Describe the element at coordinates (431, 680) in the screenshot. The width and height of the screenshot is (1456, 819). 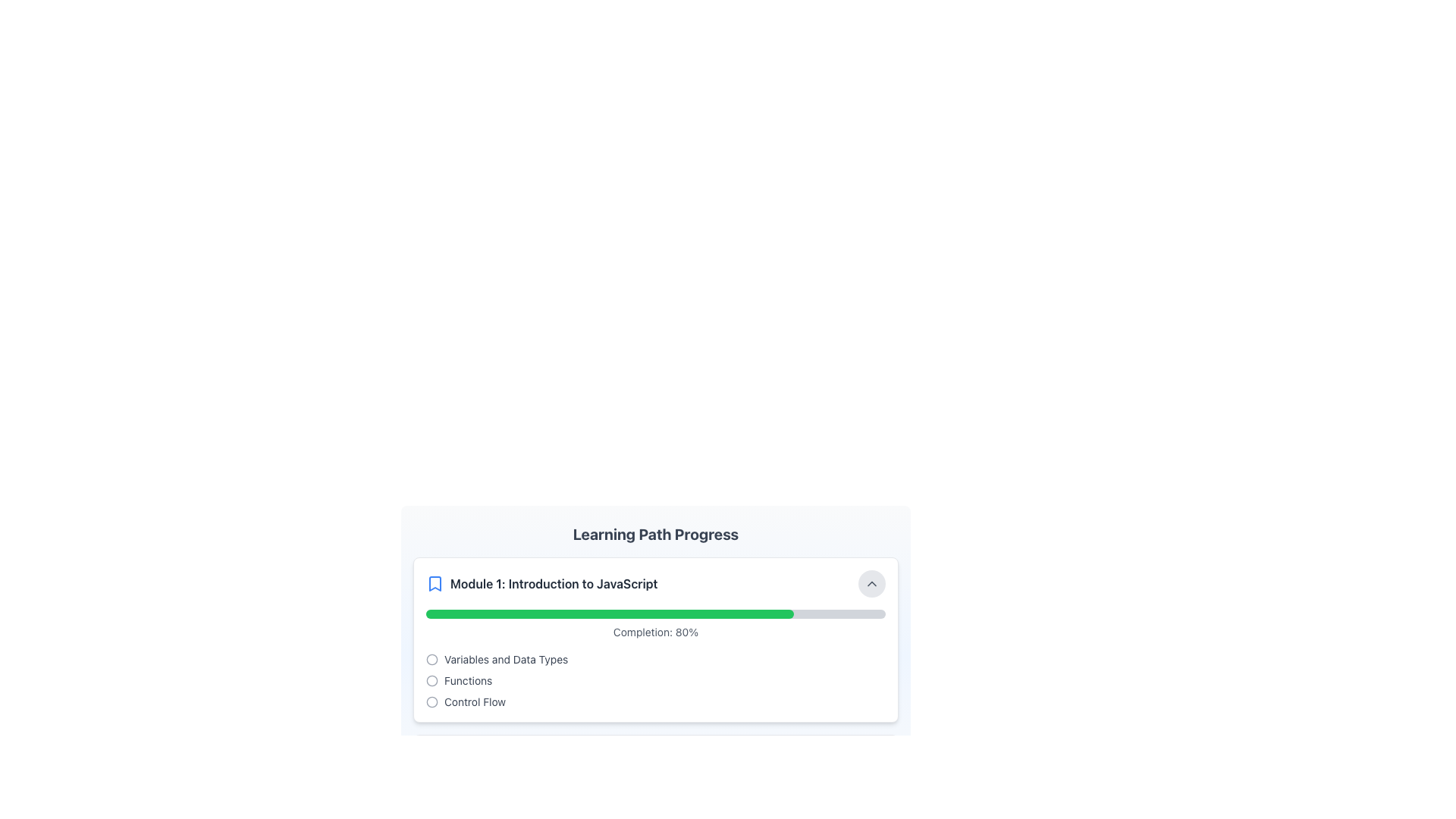
I see `properties of the SVG Circle element that visually represents the status indicator for the 'Functions' label under 'Module 1: Introduction to JavaScript.'` at that location.